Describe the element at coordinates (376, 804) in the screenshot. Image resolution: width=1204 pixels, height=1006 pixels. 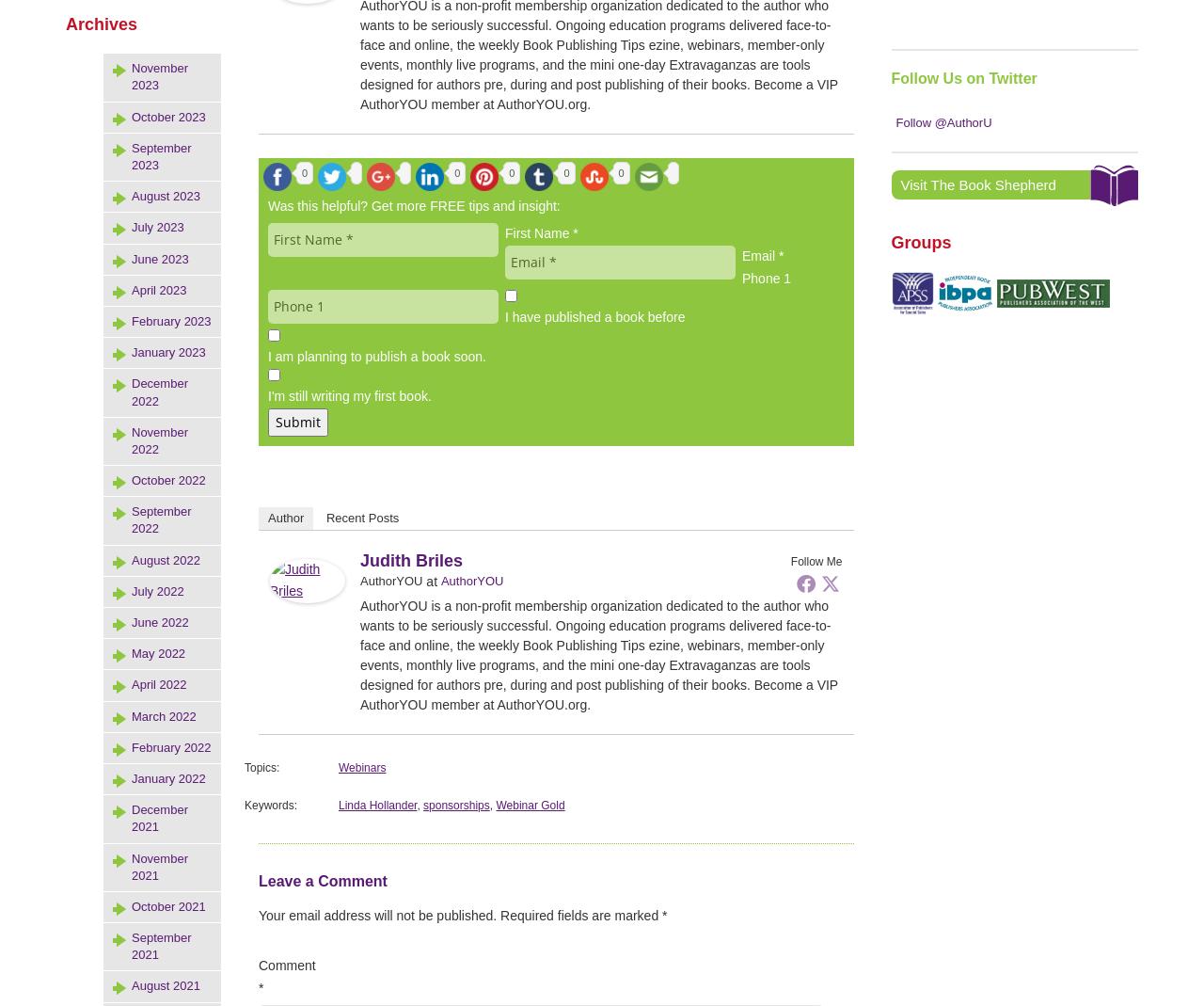
I see `'Linda Hollander'` at that location.